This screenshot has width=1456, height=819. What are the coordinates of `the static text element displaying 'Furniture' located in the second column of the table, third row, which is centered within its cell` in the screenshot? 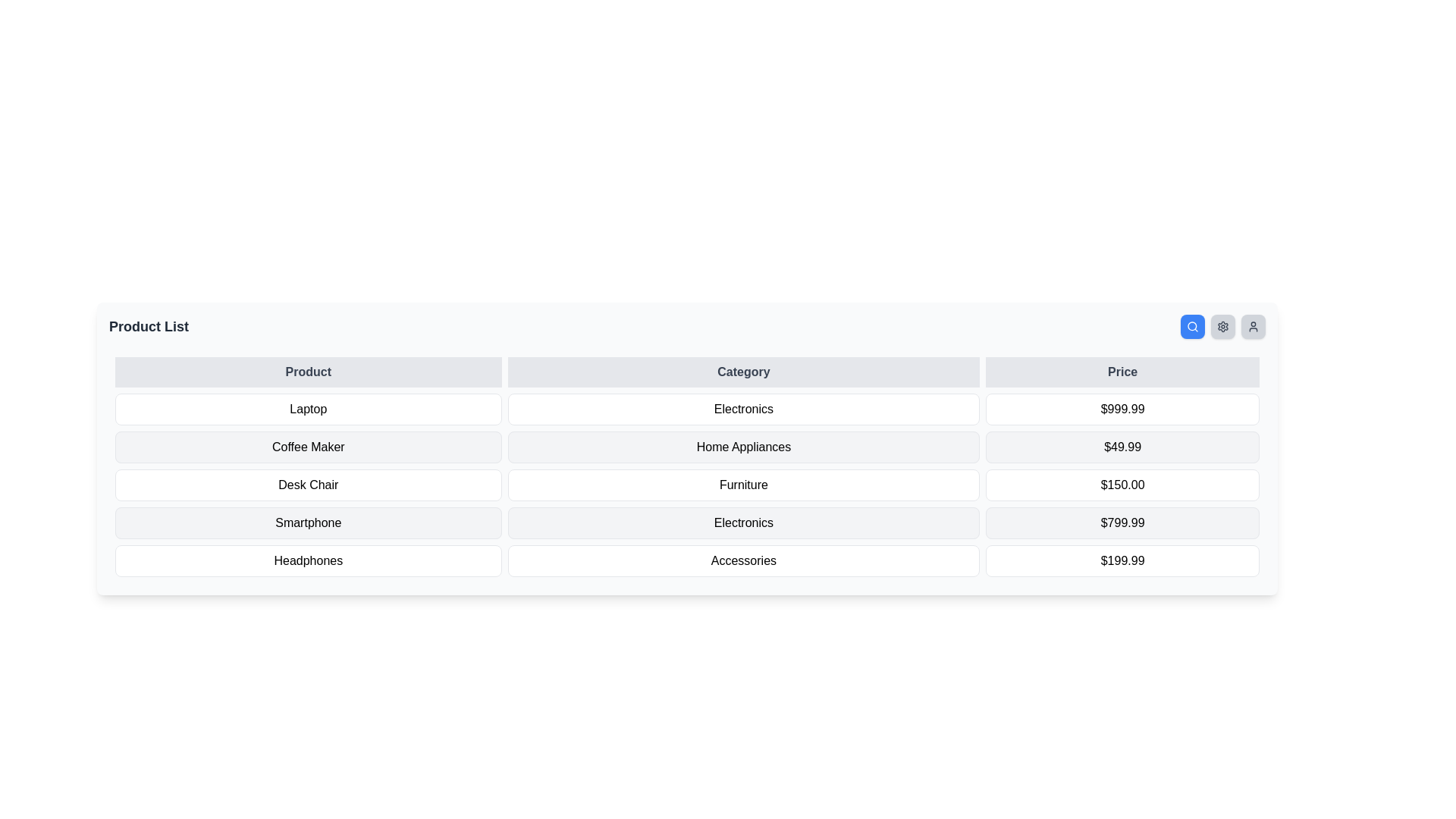 It's located at (743, 485).